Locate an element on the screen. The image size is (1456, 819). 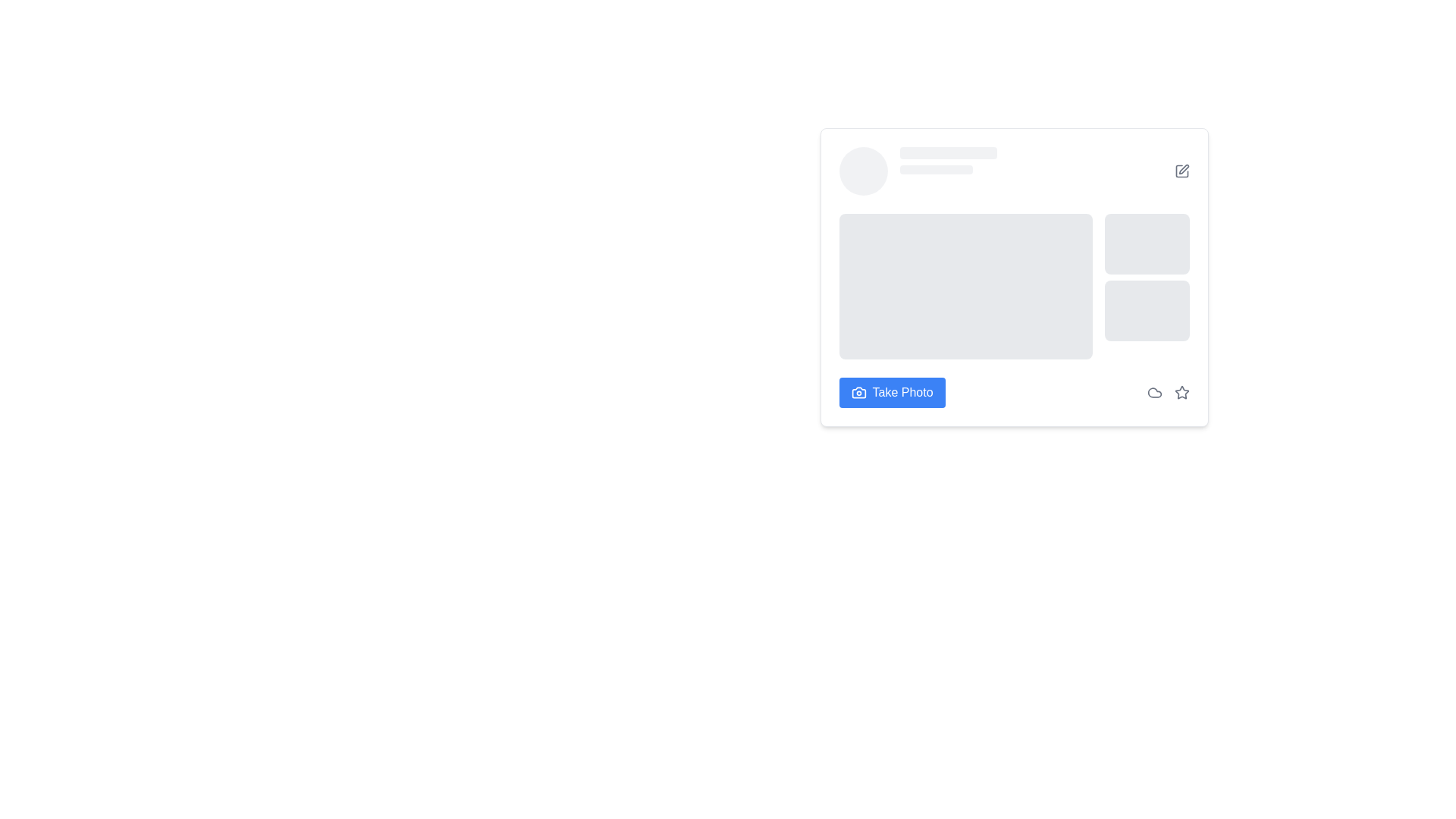
the camera icon within the blue 'Take Photo' button located at the lower region of the card layout is located at coordinates (858, 391).